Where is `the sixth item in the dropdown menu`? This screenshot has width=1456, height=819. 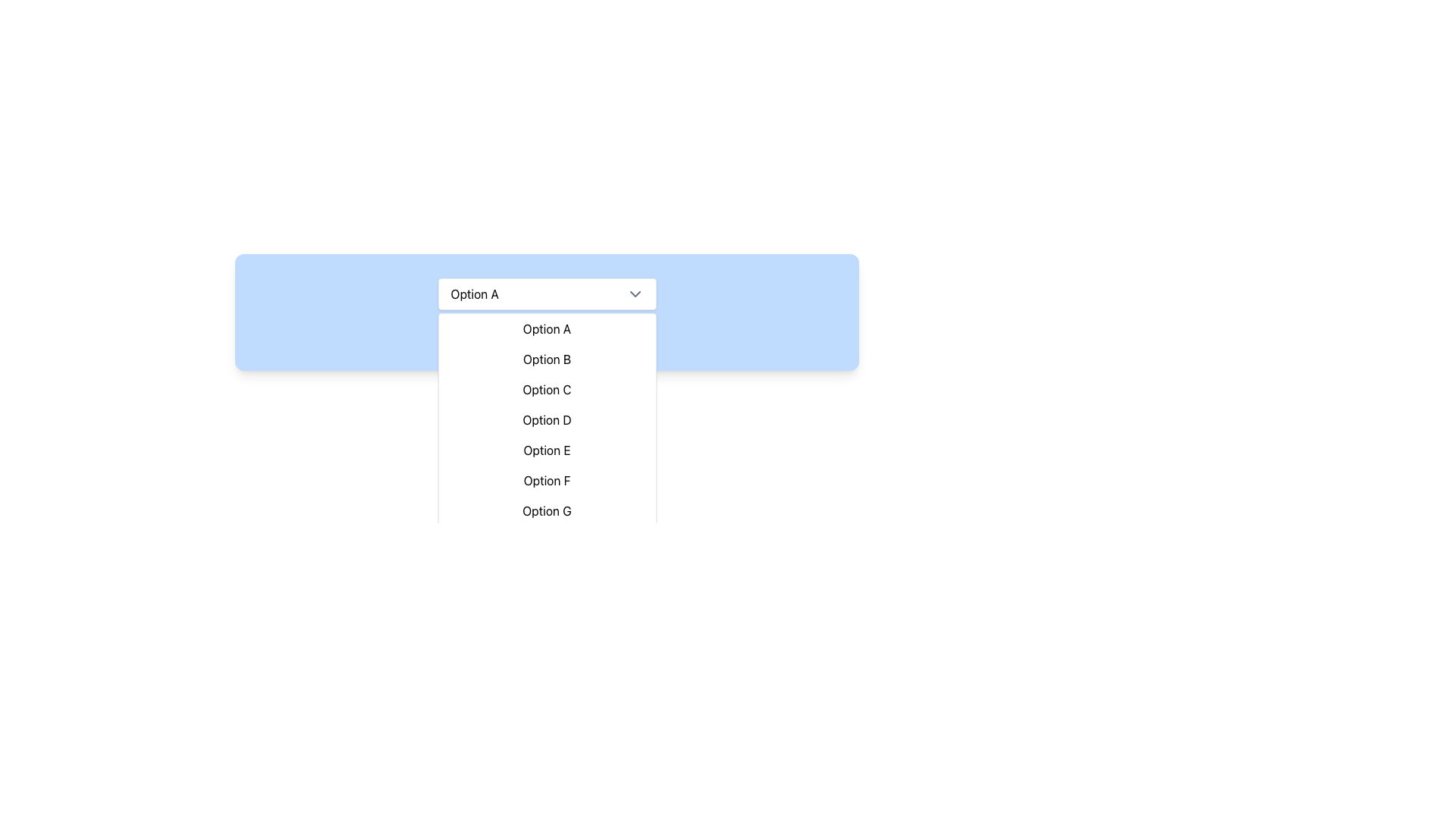 the sixth item in the dropdown menu is located at coordinates (546, 480).